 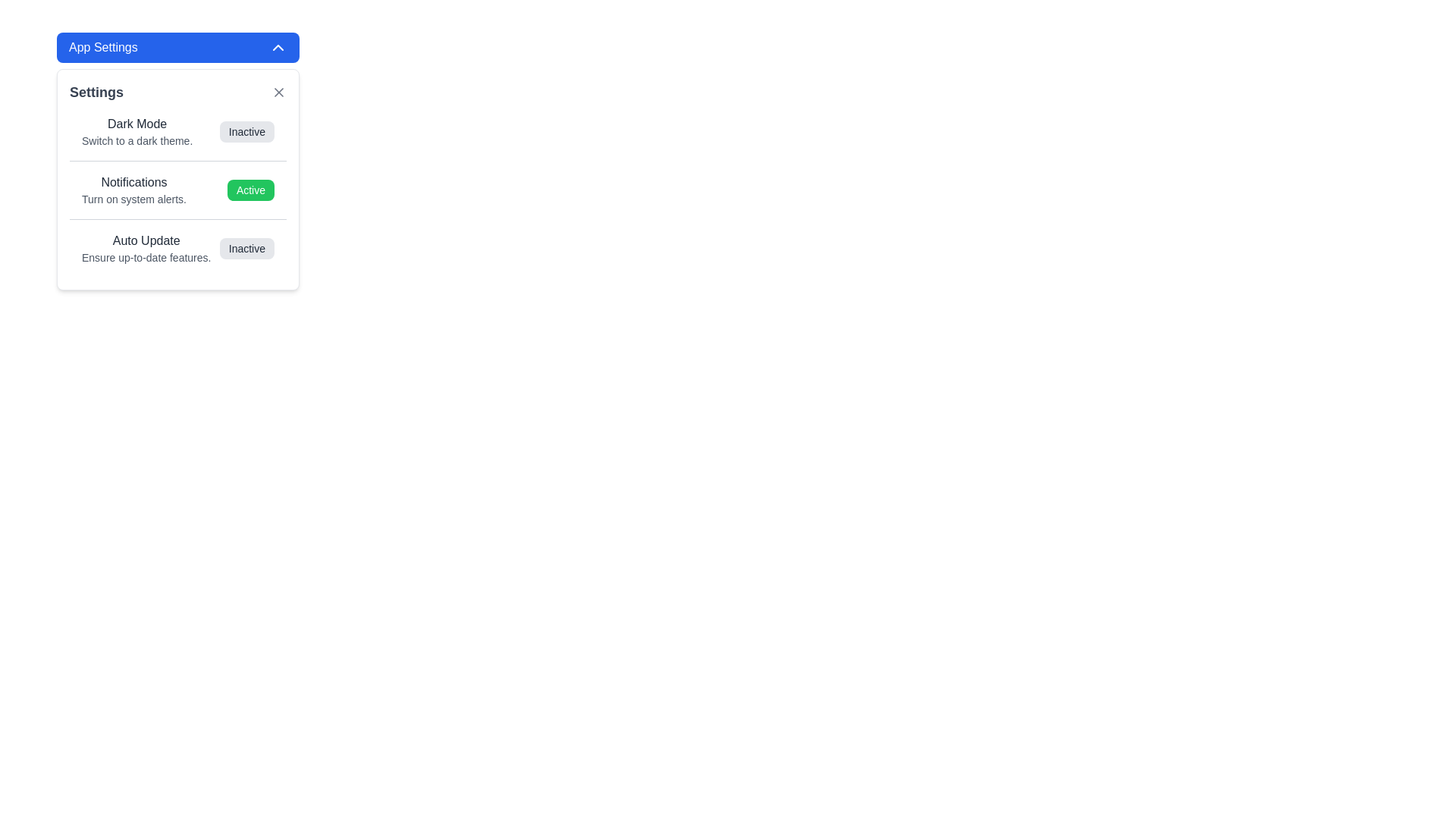 What do you see at coordinates (178, 189) in the screenshot?
I see `text indicating the current notification status from the 'Notifications' component, which includes the title 'Notifications' and the subtitle 'Turn on system alerts.'` at bounding box center [178, 189].